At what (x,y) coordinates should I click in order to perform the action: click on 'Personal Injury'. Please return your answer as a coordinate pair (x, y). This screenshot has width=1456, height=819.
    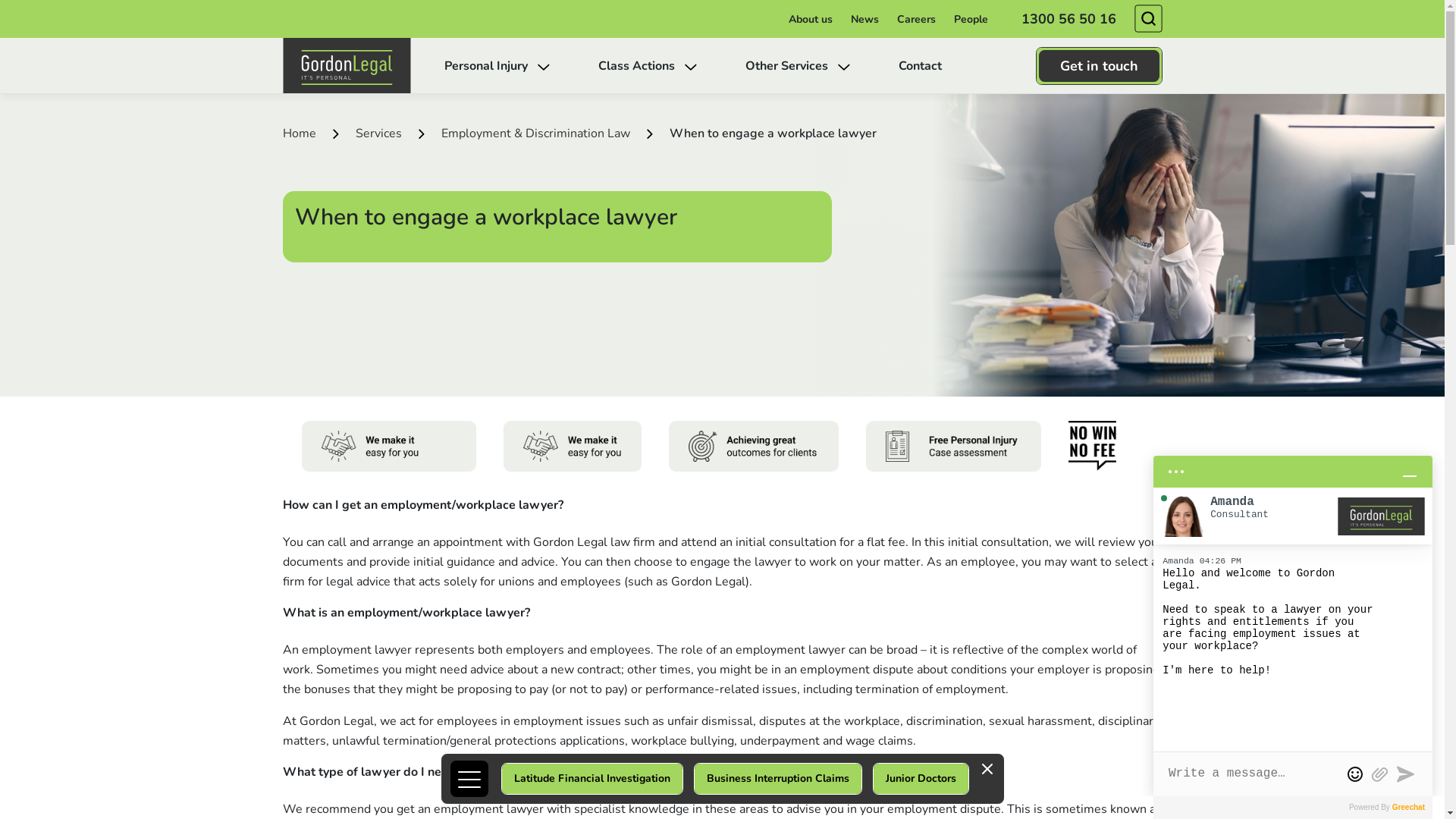
    Looking at the image, I should click on (497, 65).